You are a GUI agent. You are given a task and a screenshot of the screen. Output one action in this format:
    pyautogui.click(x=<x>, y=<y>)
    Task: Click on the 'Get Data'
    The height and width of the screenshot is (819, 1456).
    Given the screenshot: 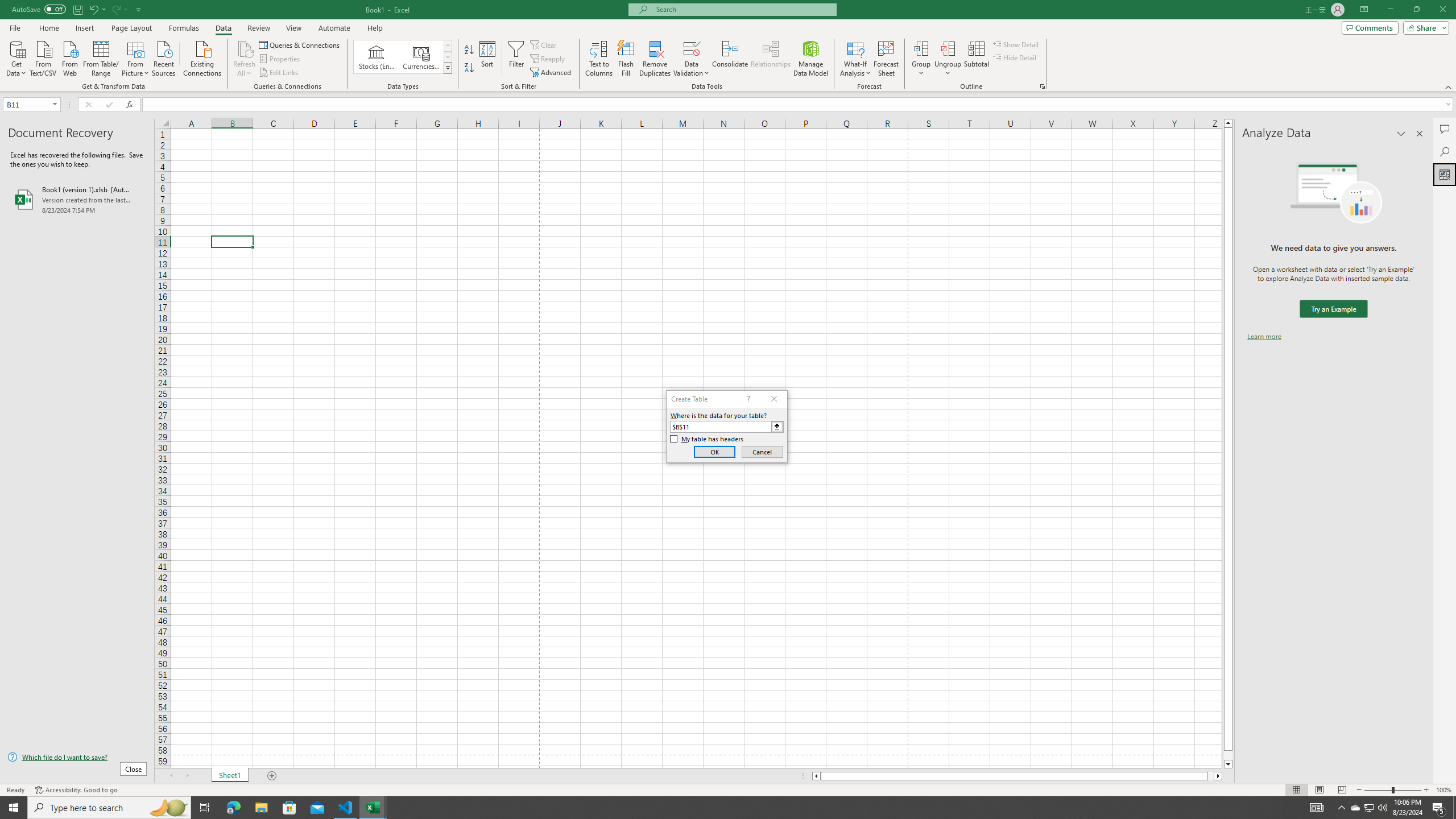 What is the action you would take?
    pyautogui.click(x=16, y=57)
    